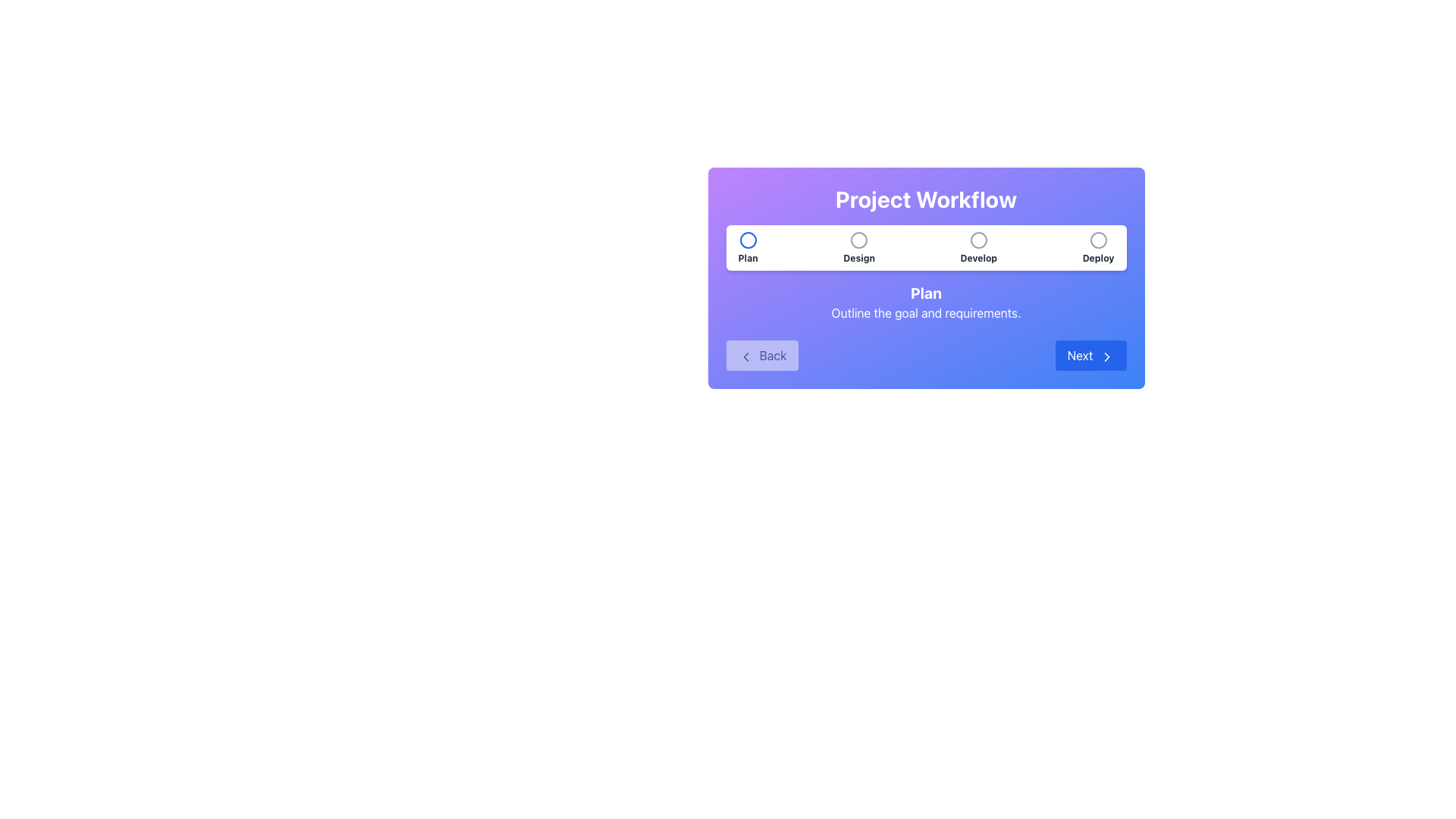  What do you see at coordinates (925, 312) in the screenshot?
I see `information displayed on the text label that shows 'Outline the goal and requirements.' positioned below the 'Plan' text` at bounding box center [925, 312].